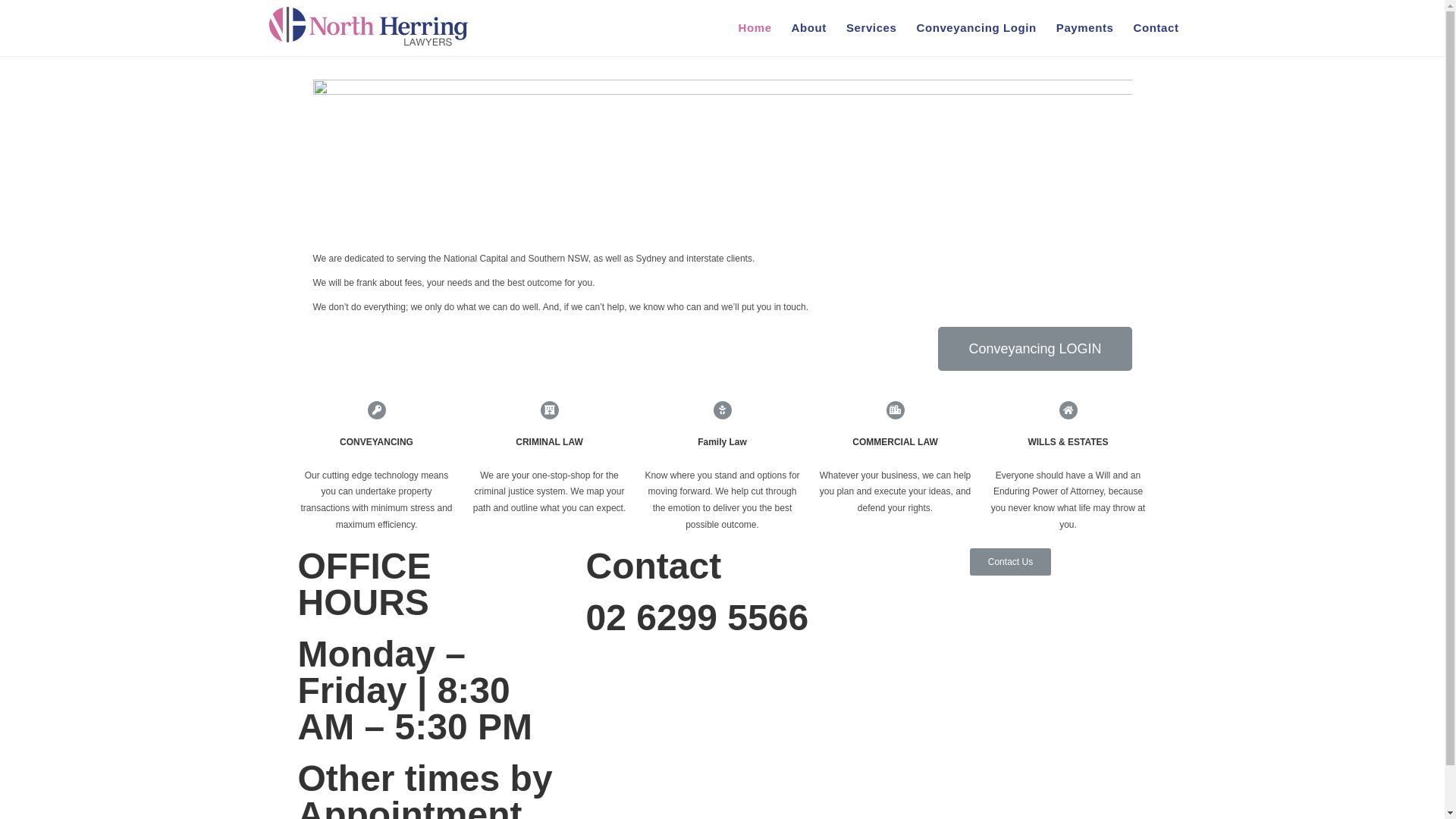 This screenshot has width=1456, height=819. Describe the element at coordinates (975, 28) in the screenshot. I see `'Conveyancing Login'` at that location.